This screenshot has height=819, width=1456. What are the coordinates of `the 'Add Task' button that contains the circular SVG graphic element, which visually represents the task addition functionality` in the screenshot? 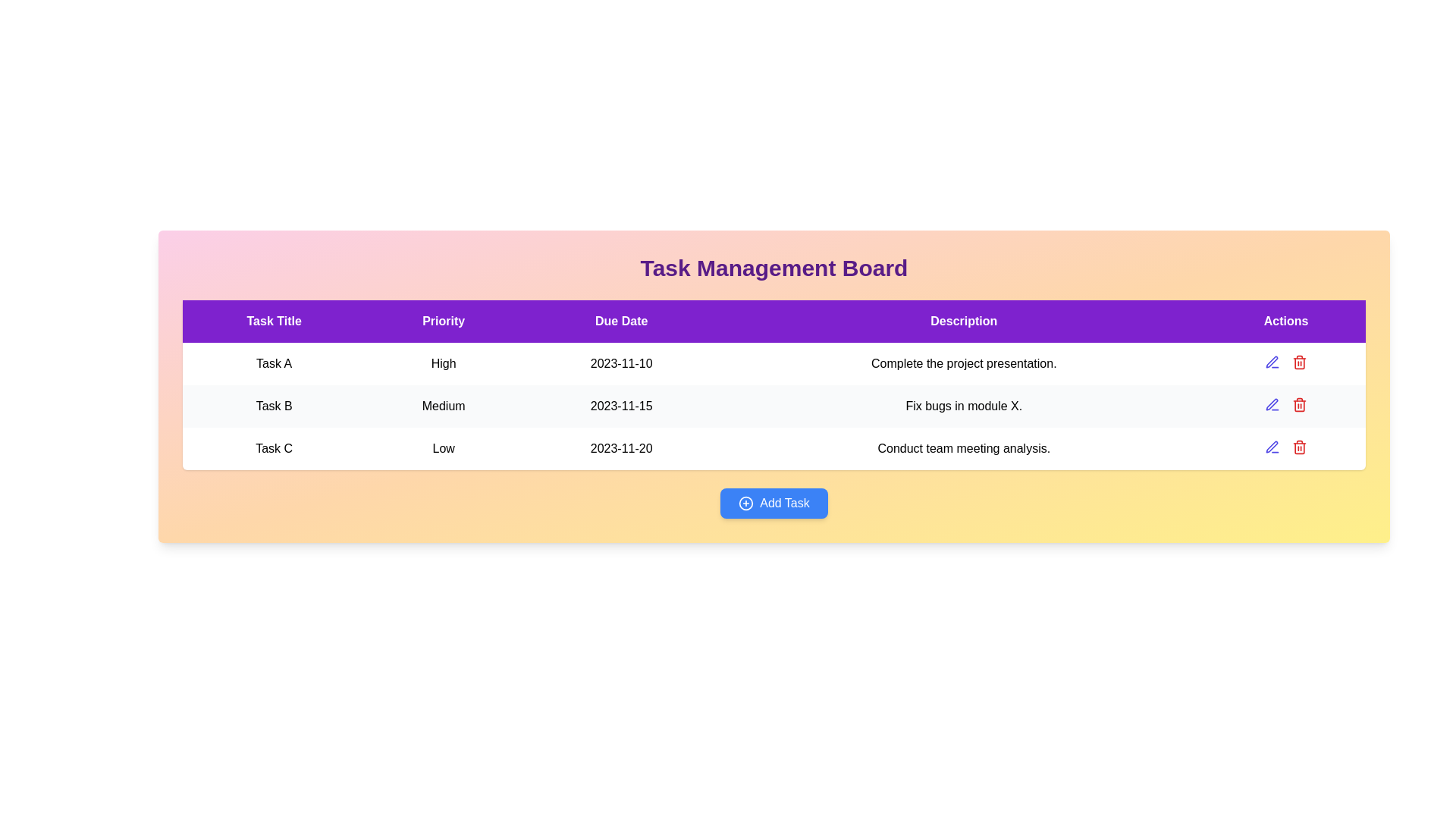 It's located at (745, 503).